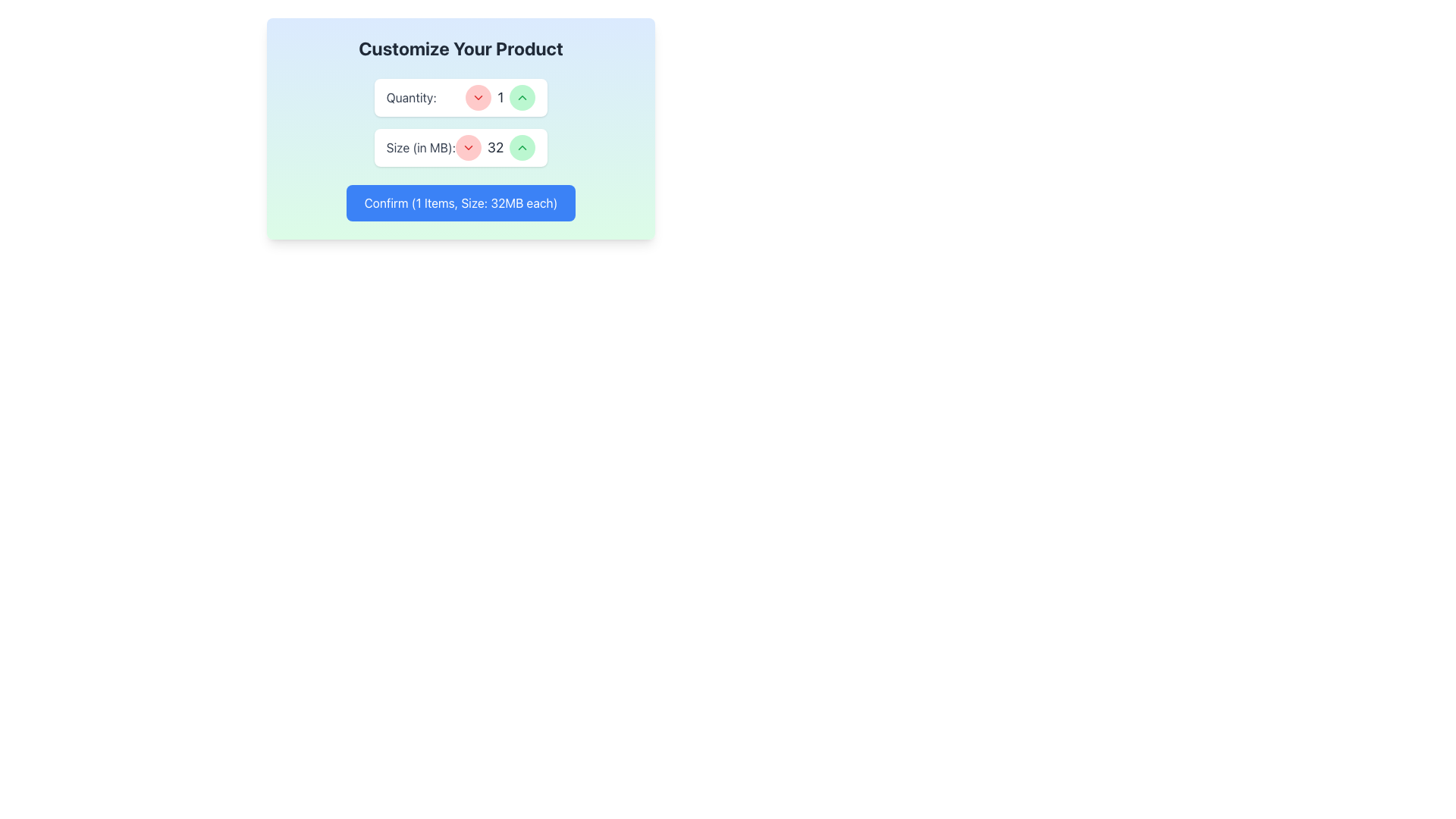 The width and height of the screenshot is (1456, 819). I want to click on the text element that displays the currently selected size in MB, located between the red circular button with a downward chevron and the green circular button with an upward chevron in the 'Size (in MB):' section, so click(495, 148).